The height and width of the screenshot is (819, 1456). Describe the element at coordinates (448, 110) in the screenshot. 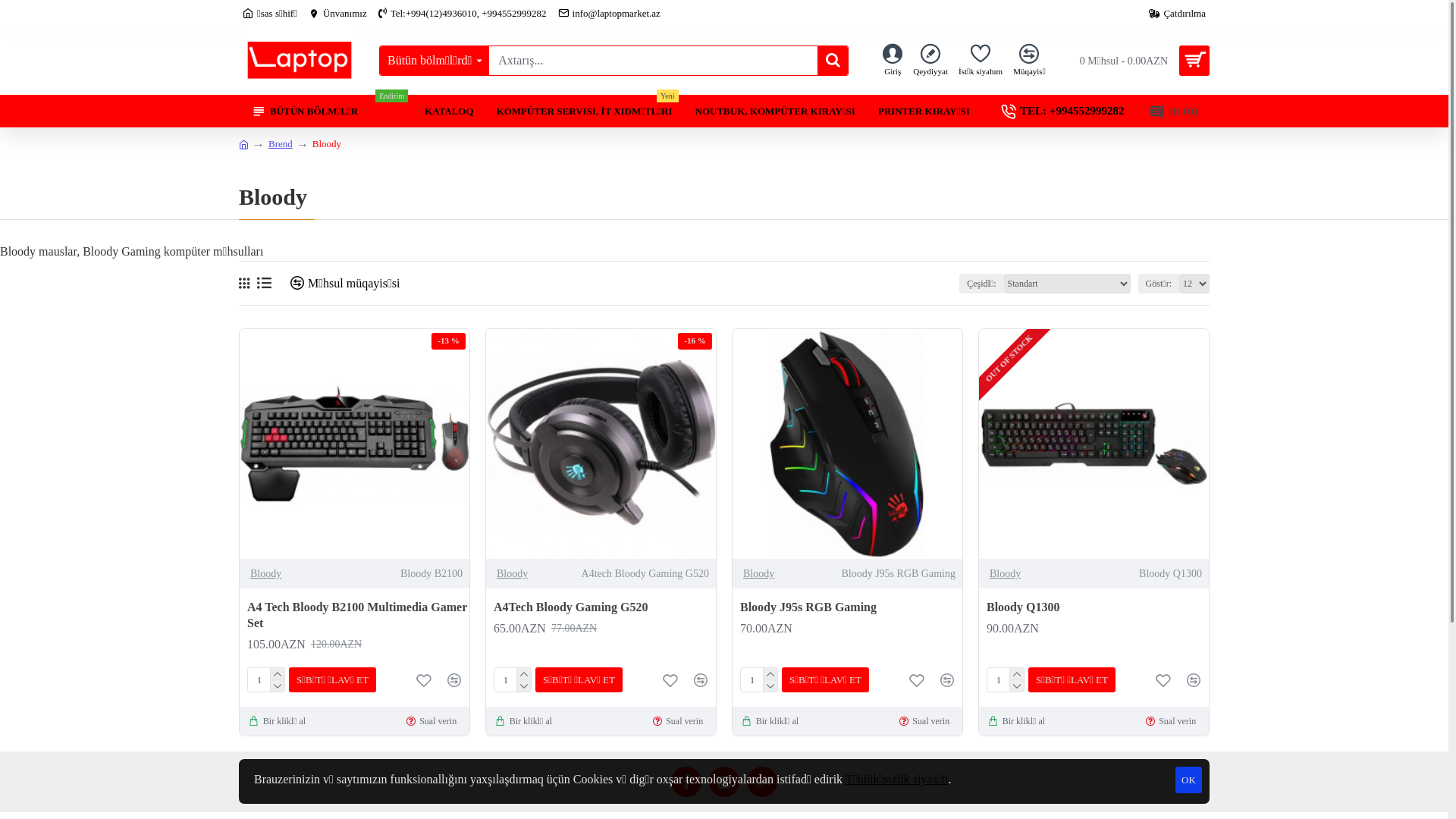

I see `'KATALOQ'` at that location.